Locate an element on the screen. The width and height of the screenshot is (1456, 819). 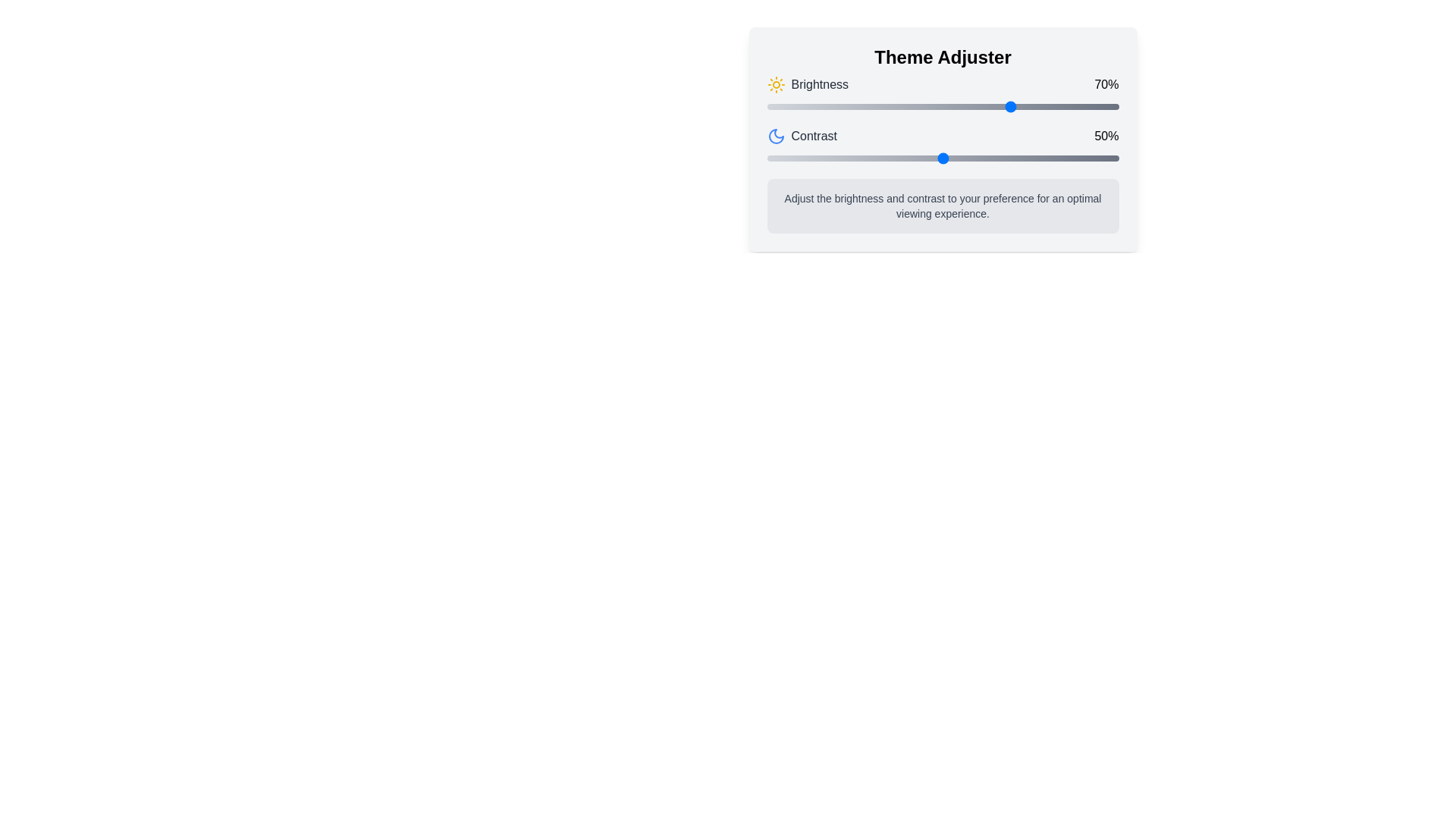
the text label reading 'Contrast', which is styled with gray text and positioned below the 'Brightness' label in the control panel interface is located at coordinates (813, 136).